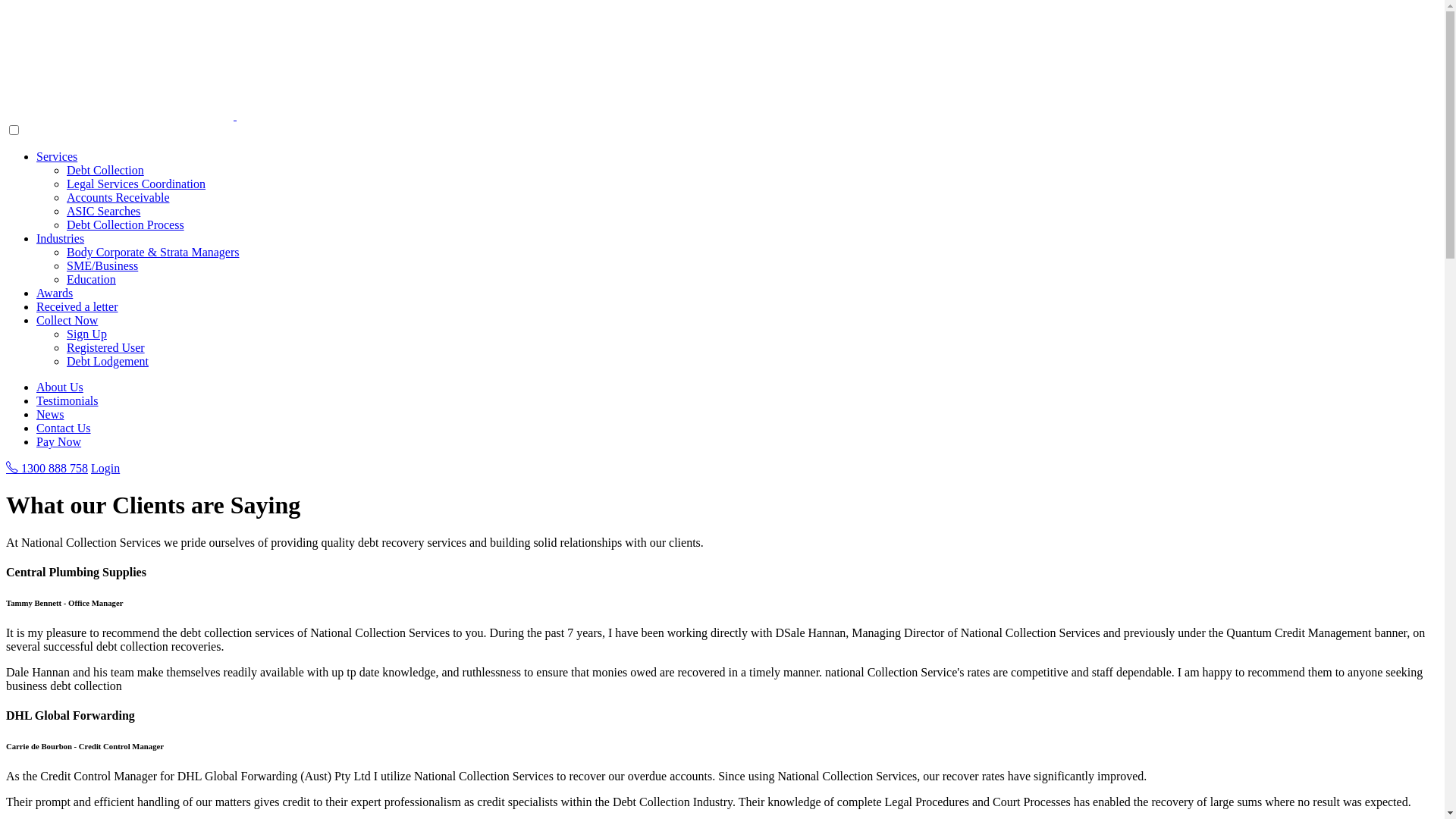 This screenshot has height=819, width=1456. I want to click on 'Collect Now', so click(66, 319).